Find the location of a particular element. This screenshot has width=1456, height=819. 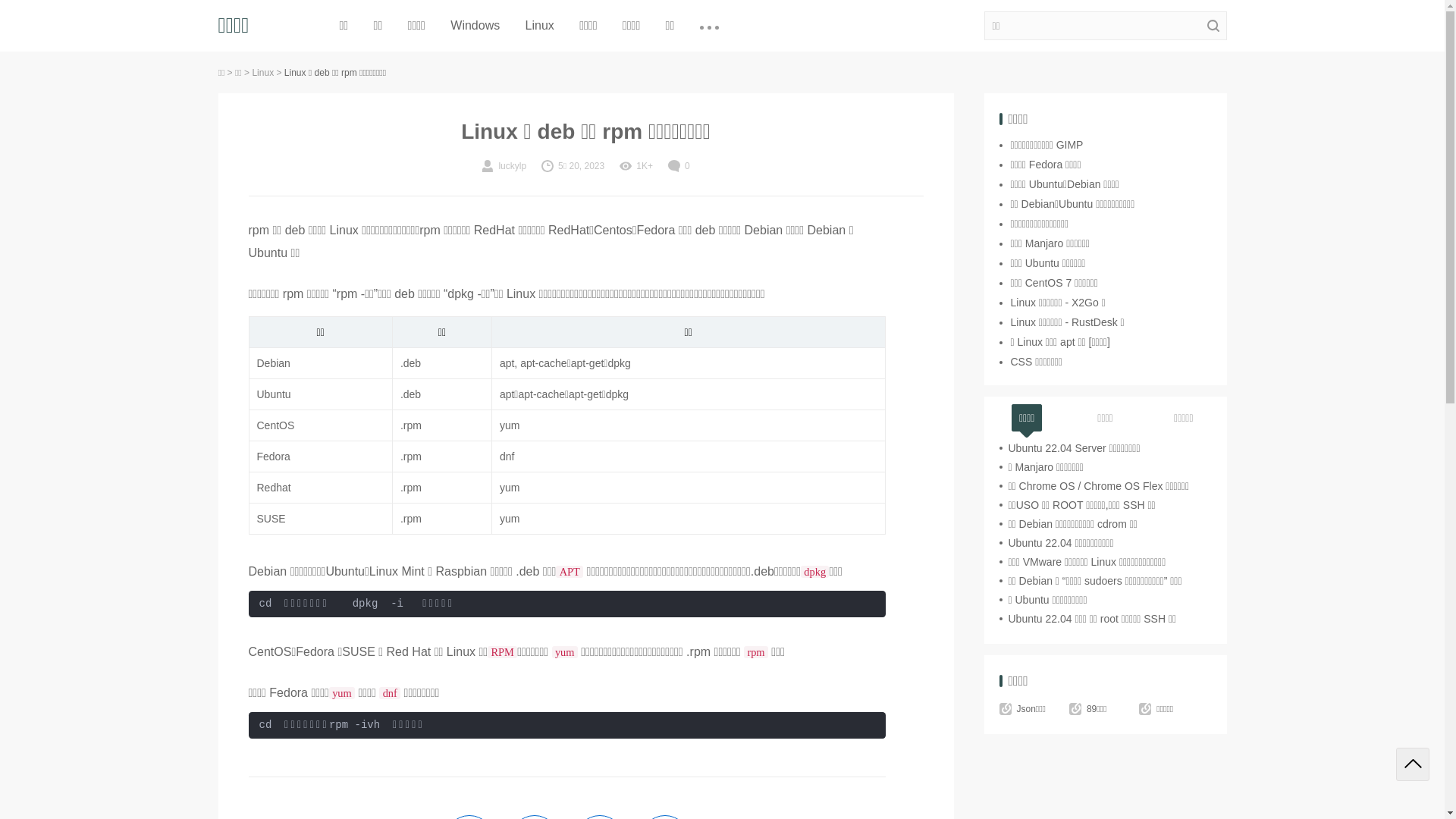

'Windows' is located at coordinates (474, 26).